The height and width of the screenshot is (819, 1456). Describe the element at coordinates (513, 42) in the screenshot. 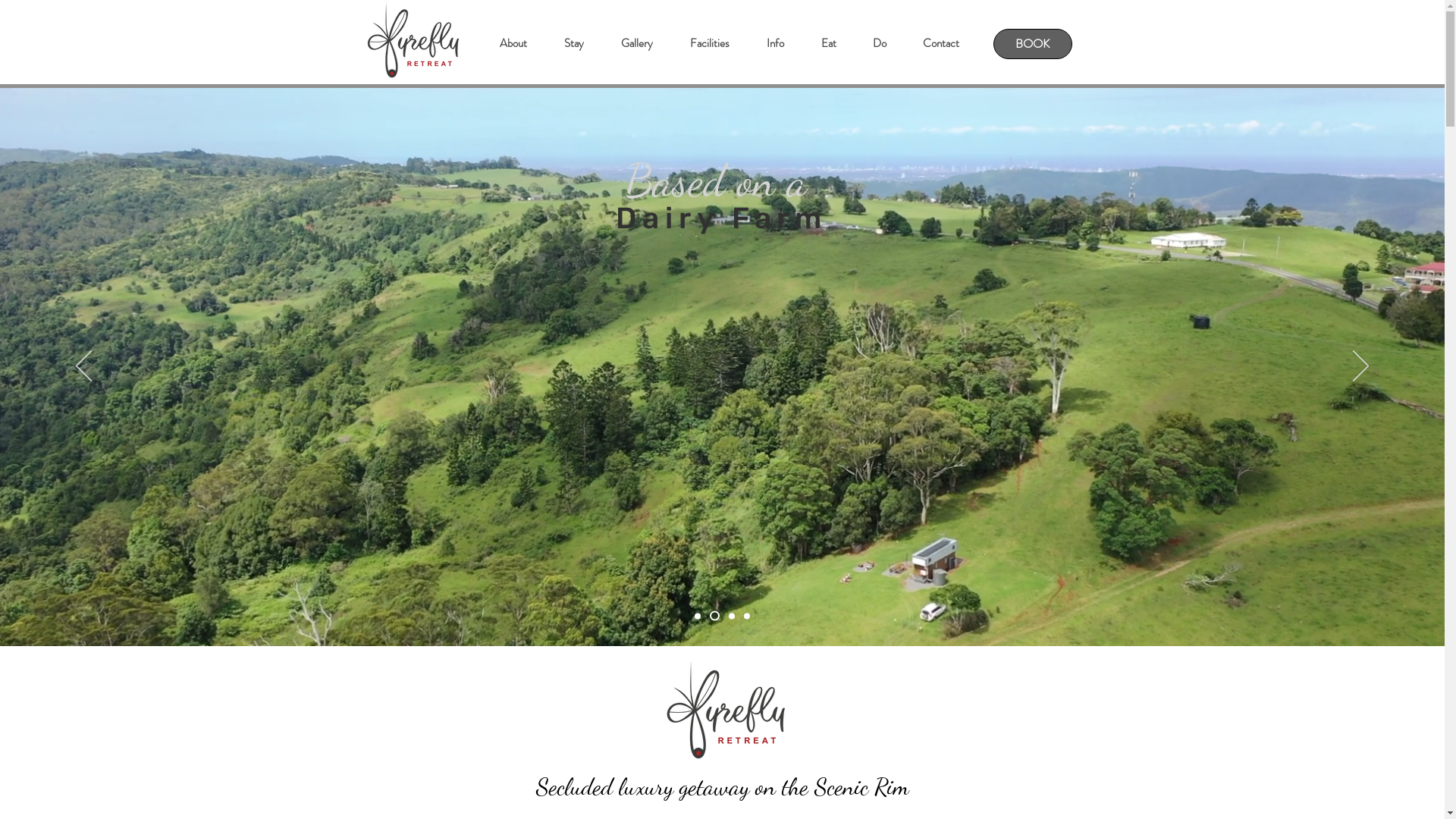

I see `'About'` at that location.